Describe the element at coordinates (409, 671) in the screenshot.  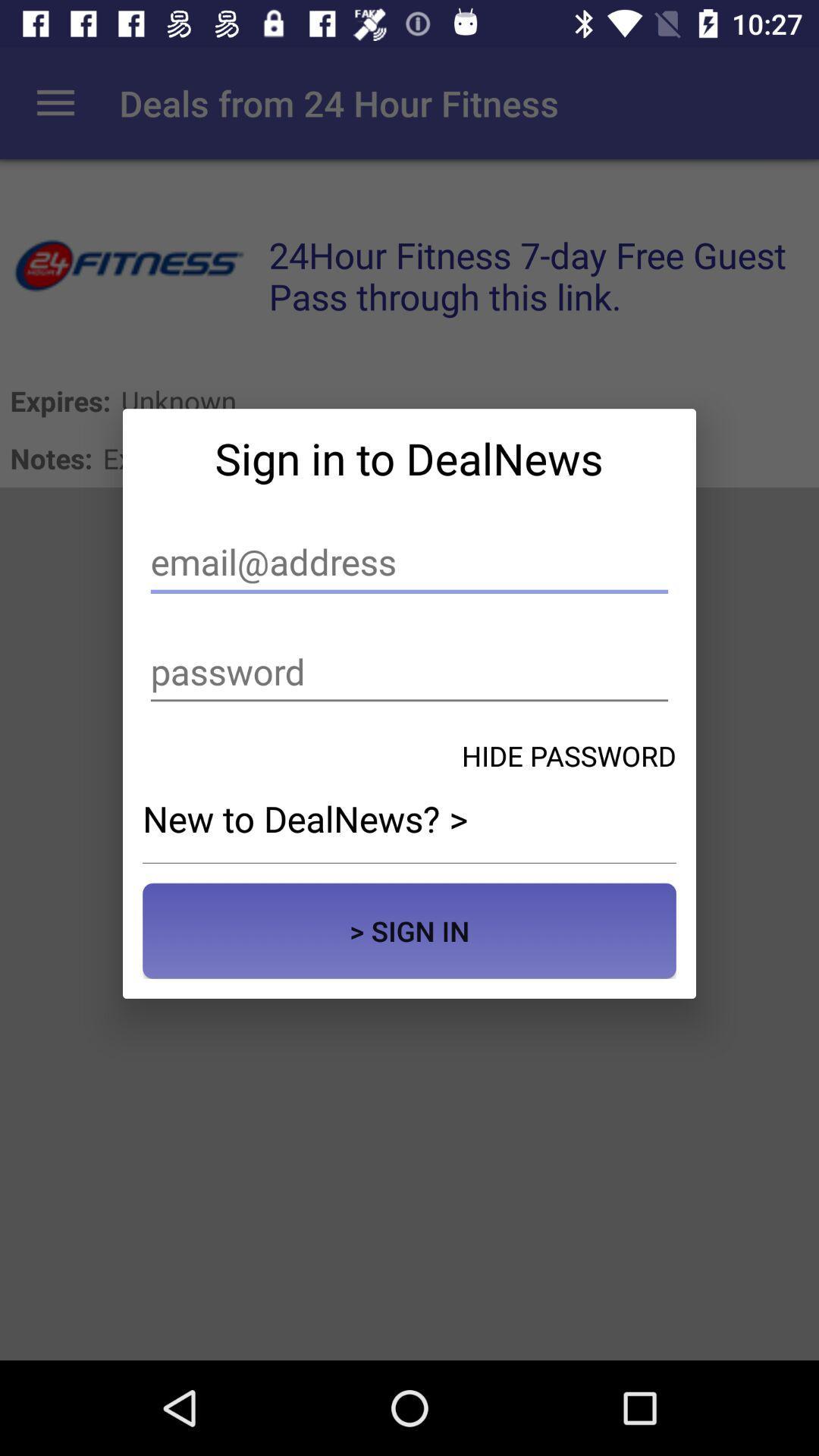
I see `type in login password` at that location.